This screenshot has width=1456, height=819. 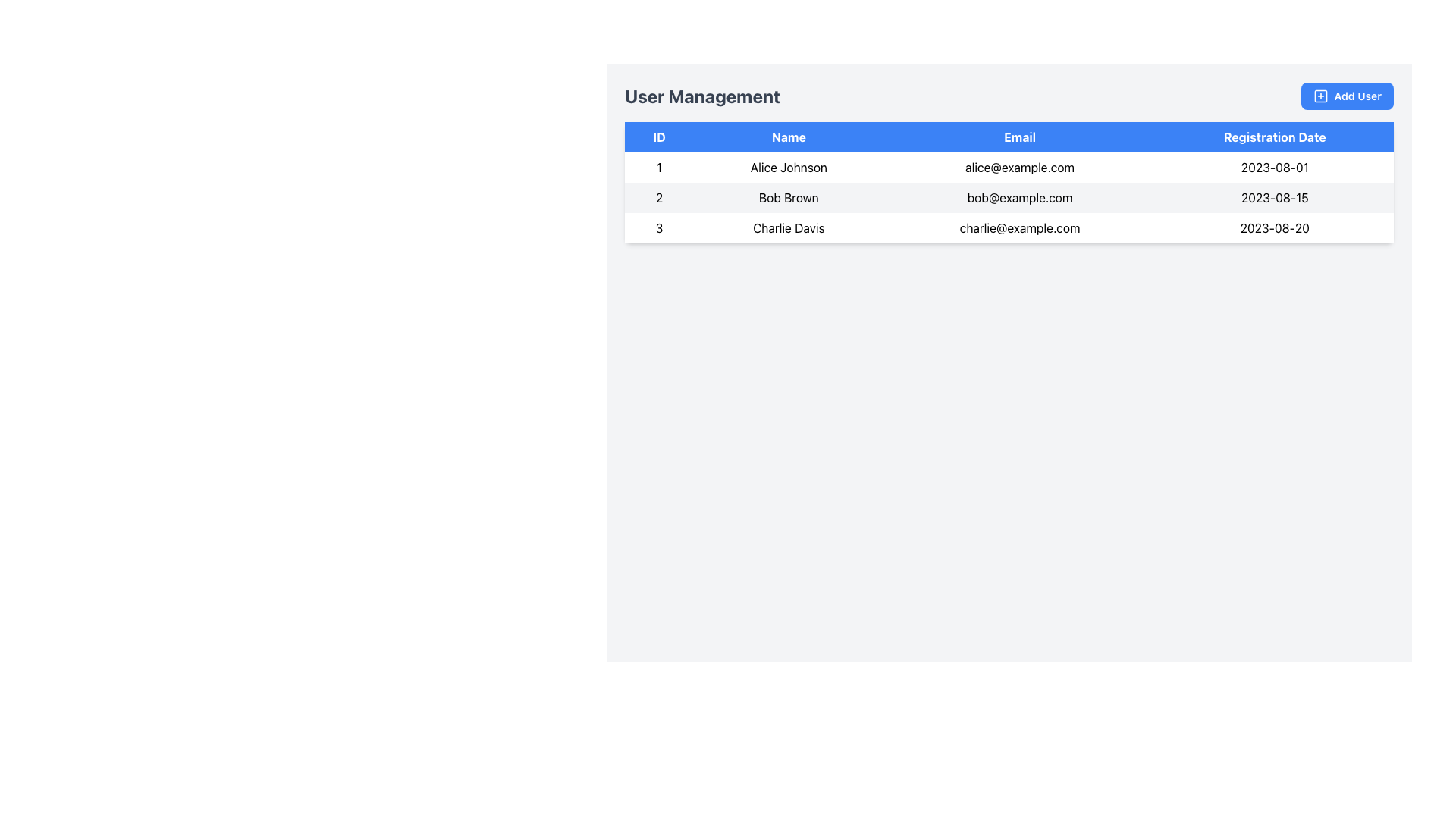 What do you see at coordinates (789, 167) in the screenshot?
I see `the text label displaying 'Alice Johnson' in the first row of the user information table under the 'Name' column` at bounding box center [789, 167].